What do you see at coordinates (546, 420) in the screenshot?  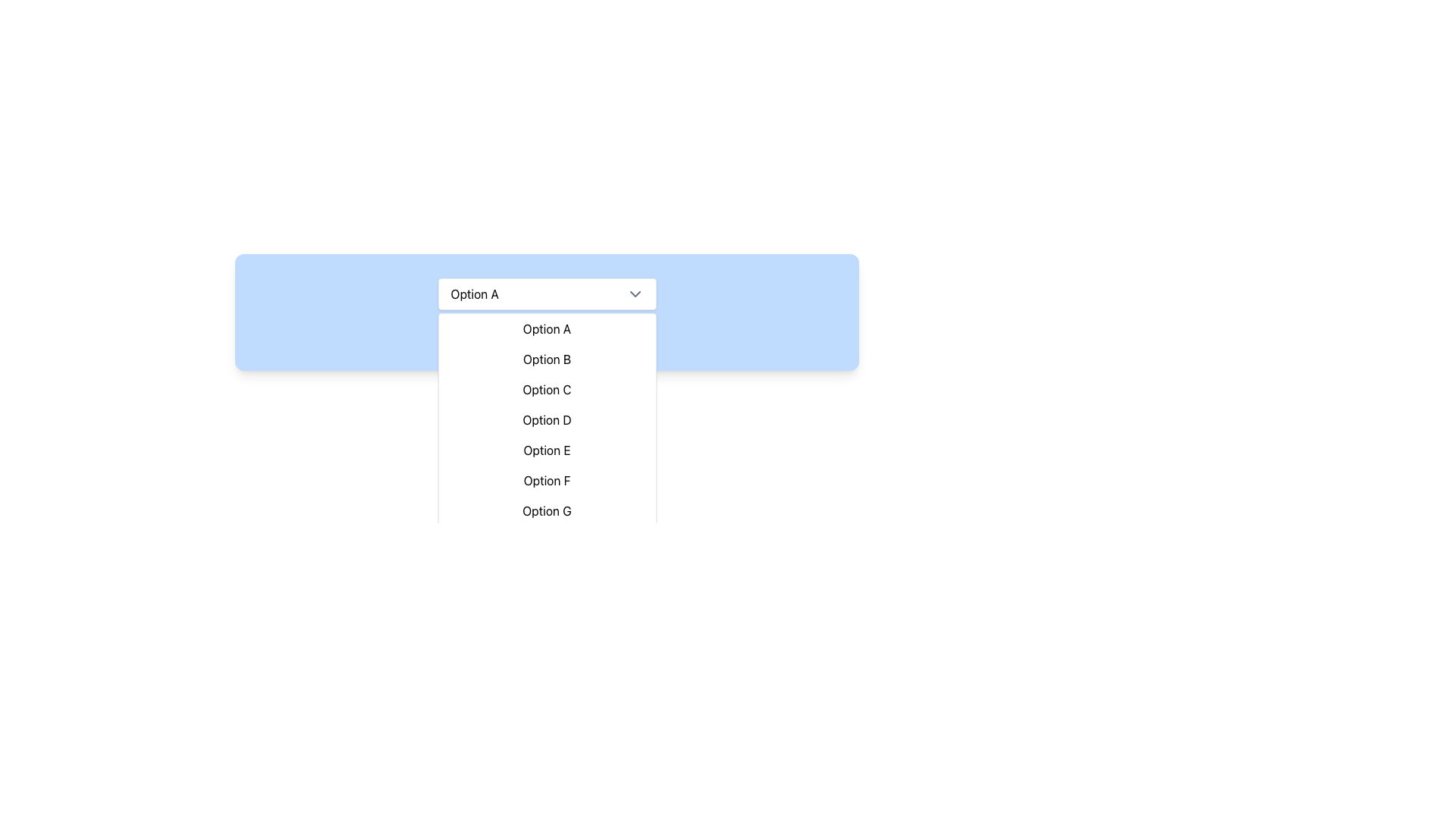 I see `the 'Option D' in the dropdown menu` at bounding box center [546, 420].